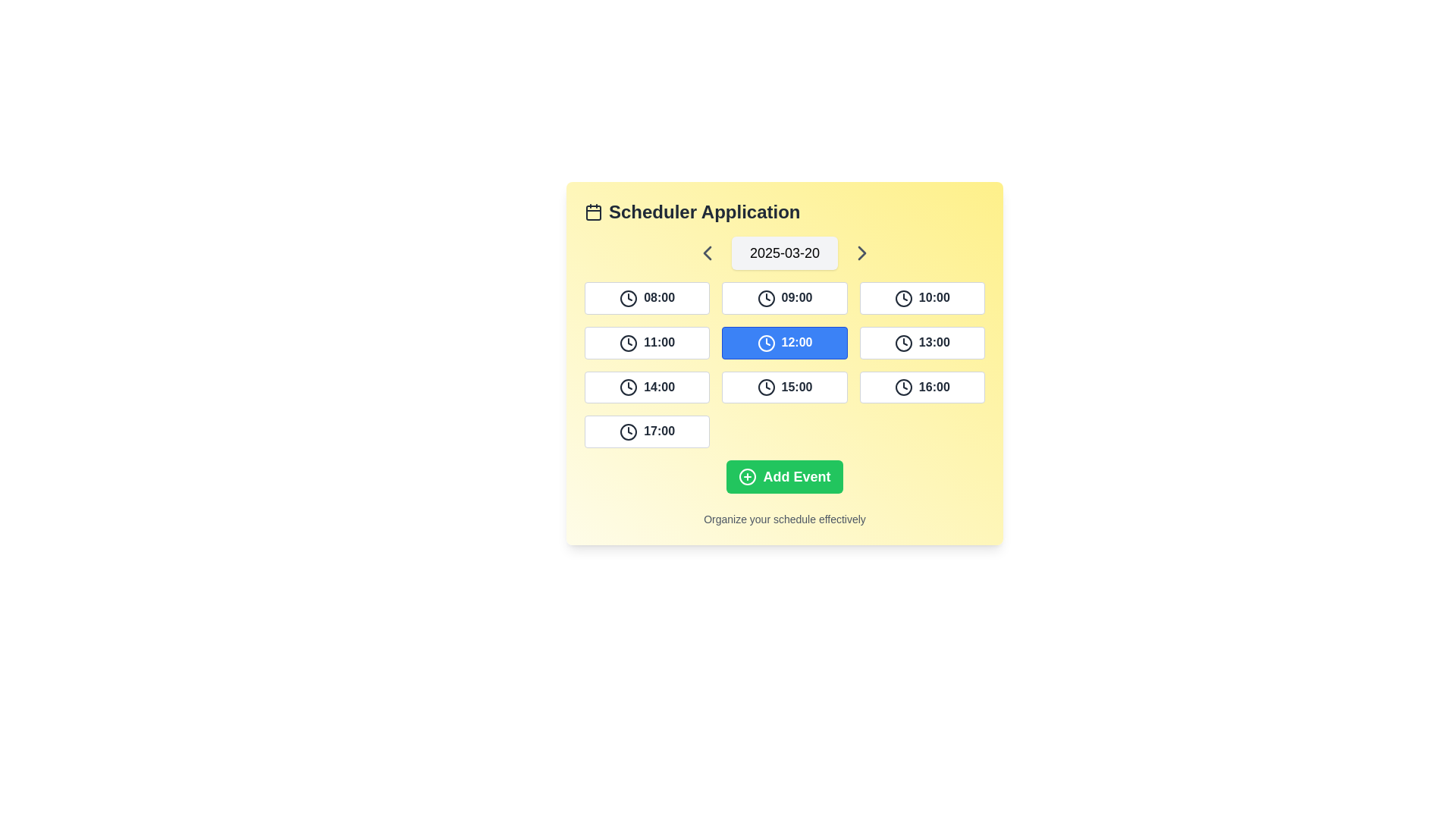 Image resolution: width=1456 pixels, height=819 pixels. I want to click on the clock icon in the bottom left corner of the Scheduler interface, adjacent to the time slot 17:00, so click(629, 432).